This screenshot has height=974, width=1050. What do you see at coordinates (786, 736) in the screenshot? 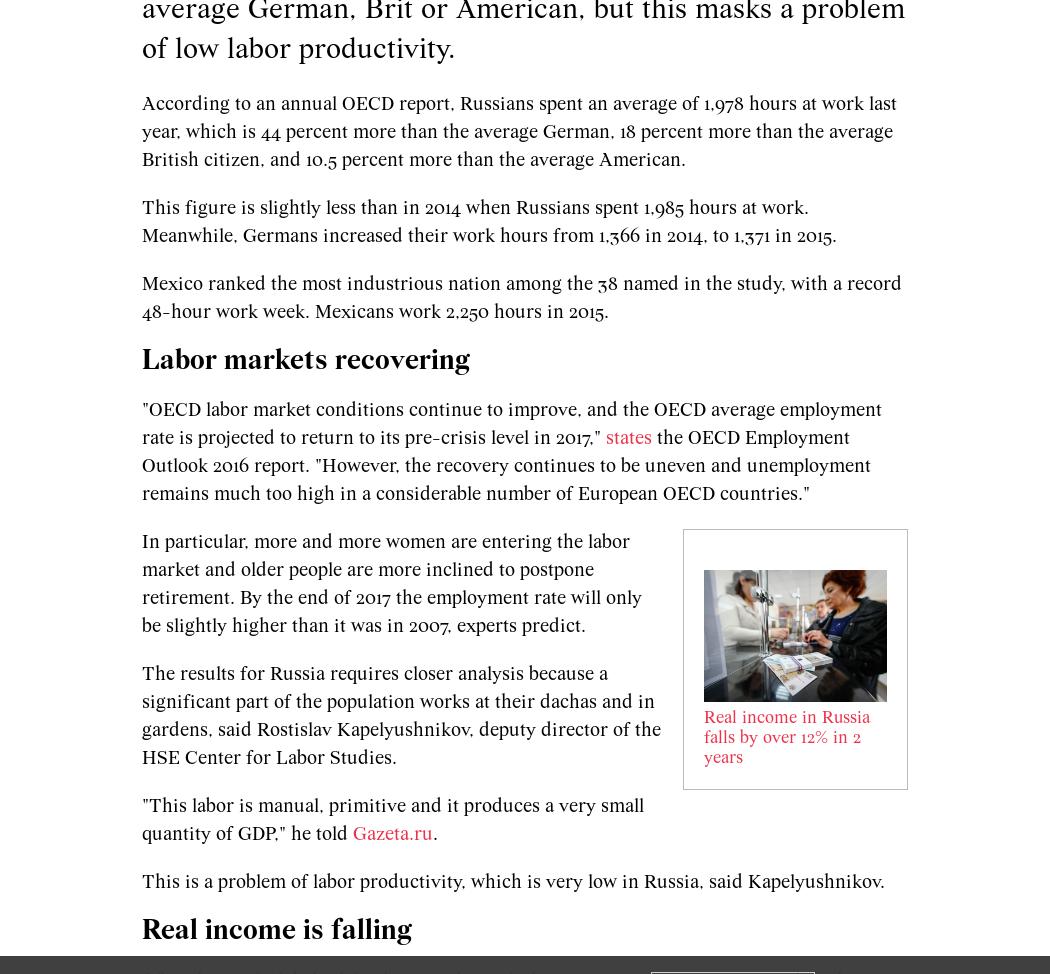
I see `'Real income in Russia falls by over 12% in 2 years'` at bounding box center [786, 736].